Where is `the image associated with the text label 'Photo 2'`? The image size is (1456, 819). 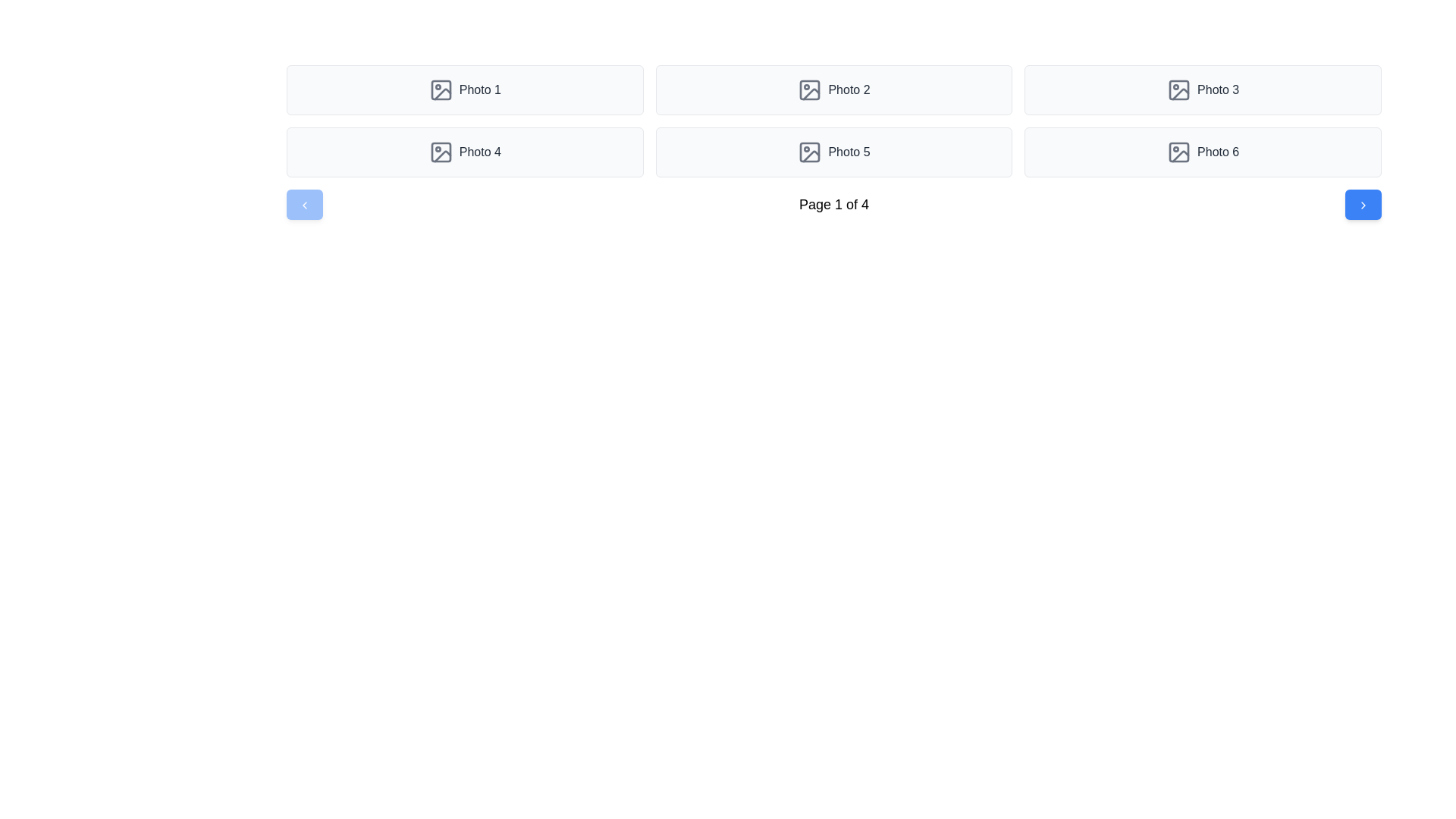
the image associated with the text label 'Photo 2' is located at coordinates (848, 90).